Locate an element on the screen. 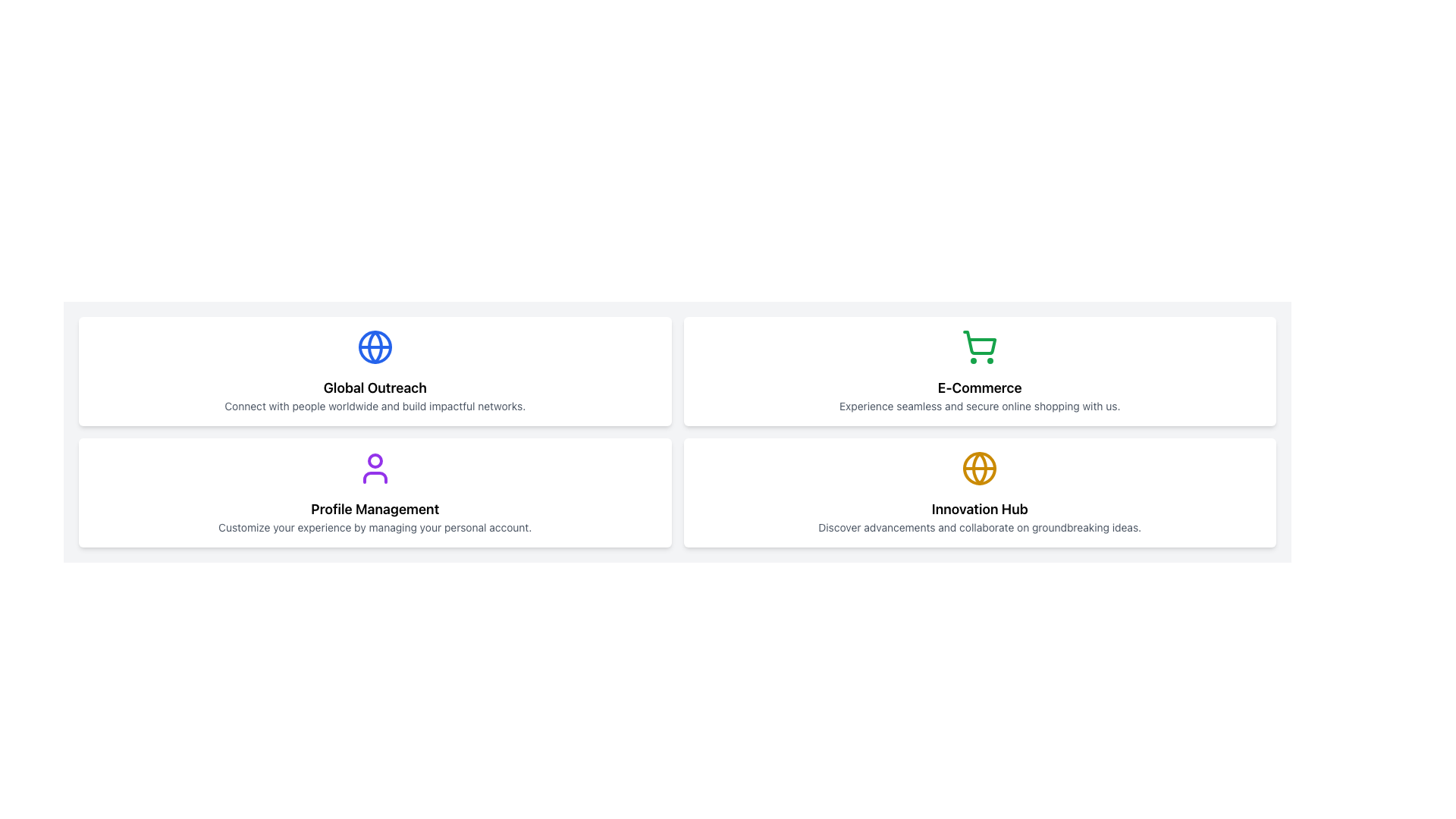 This screenshot has width=1456, height=819. the 'Global Outreach' label which is a bold text header centrally aligned in a white rounded rectangle, positioned below a globe icon and above a descriptive paragraph is located at coordinates (375, 388).